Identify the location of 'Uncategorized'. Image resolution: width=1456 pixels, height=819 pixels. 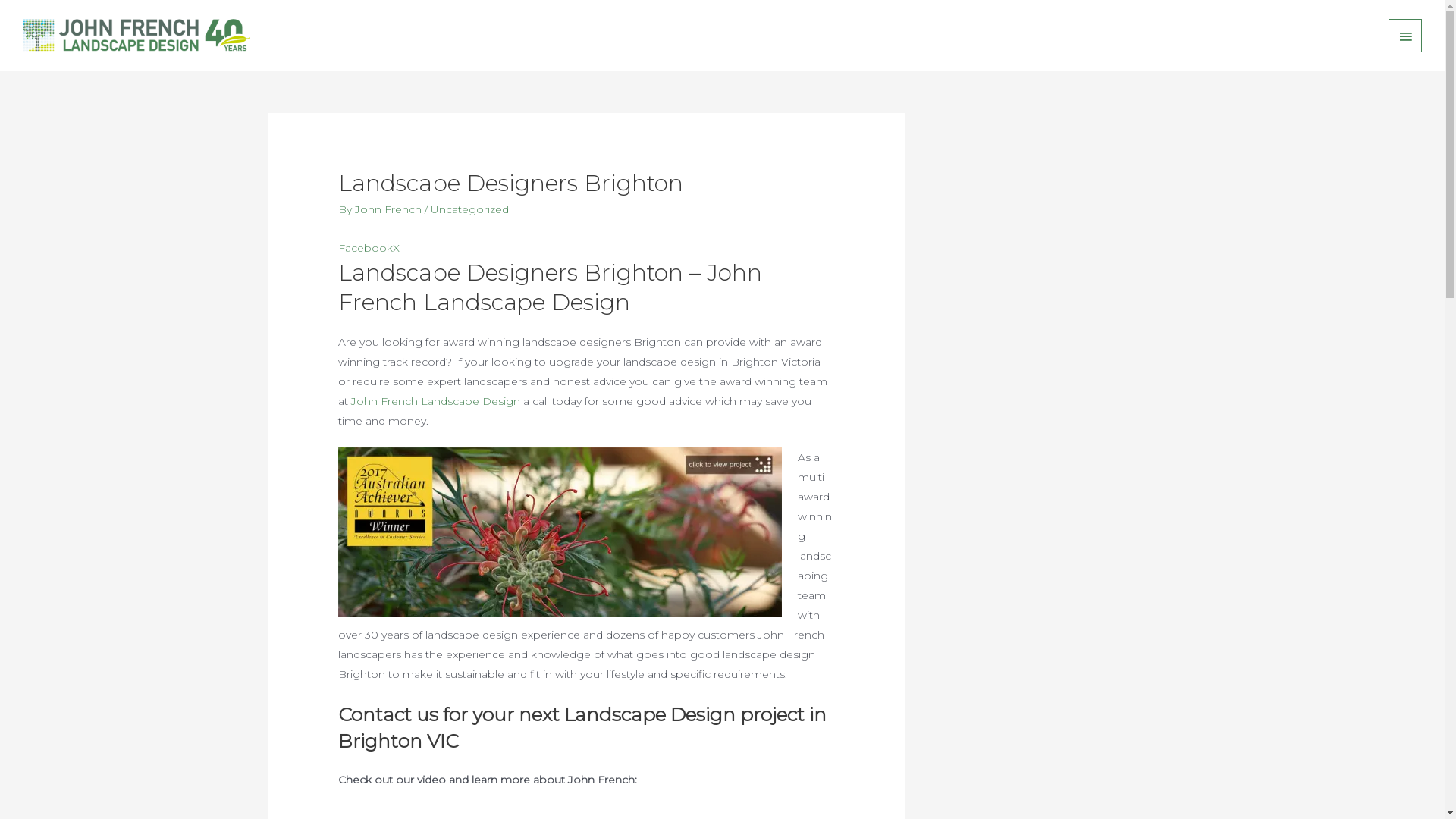
(469, 209).